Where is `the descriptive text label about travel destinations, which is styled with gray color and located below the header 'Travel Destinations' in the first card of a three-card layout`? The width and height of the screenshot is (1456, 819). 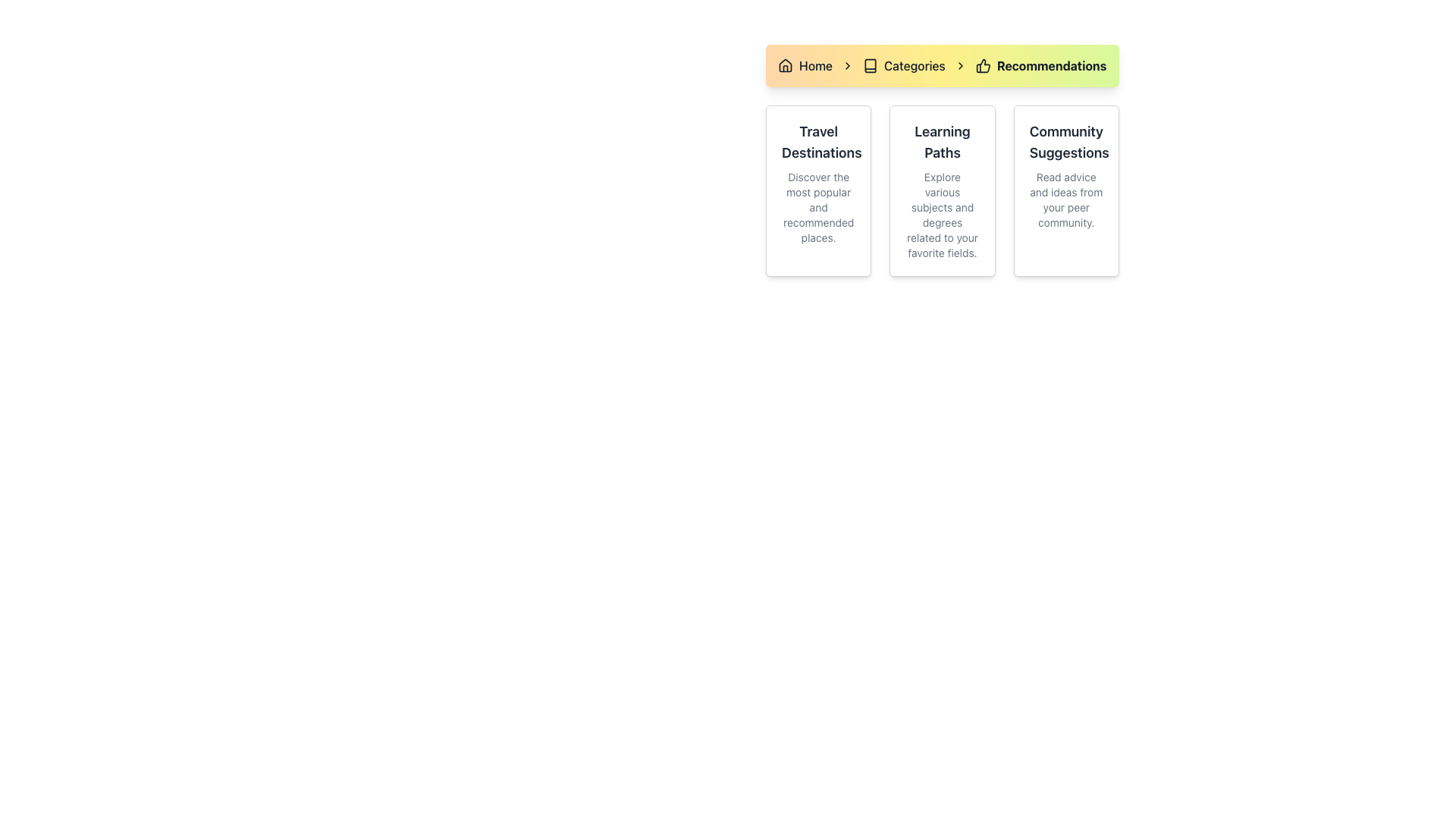
the descriptive text label about travel destinations, which is styled with gray color and located below the header 'Travel Destinations' in the first card of a three-card layout is located at coordinates (817, 207).